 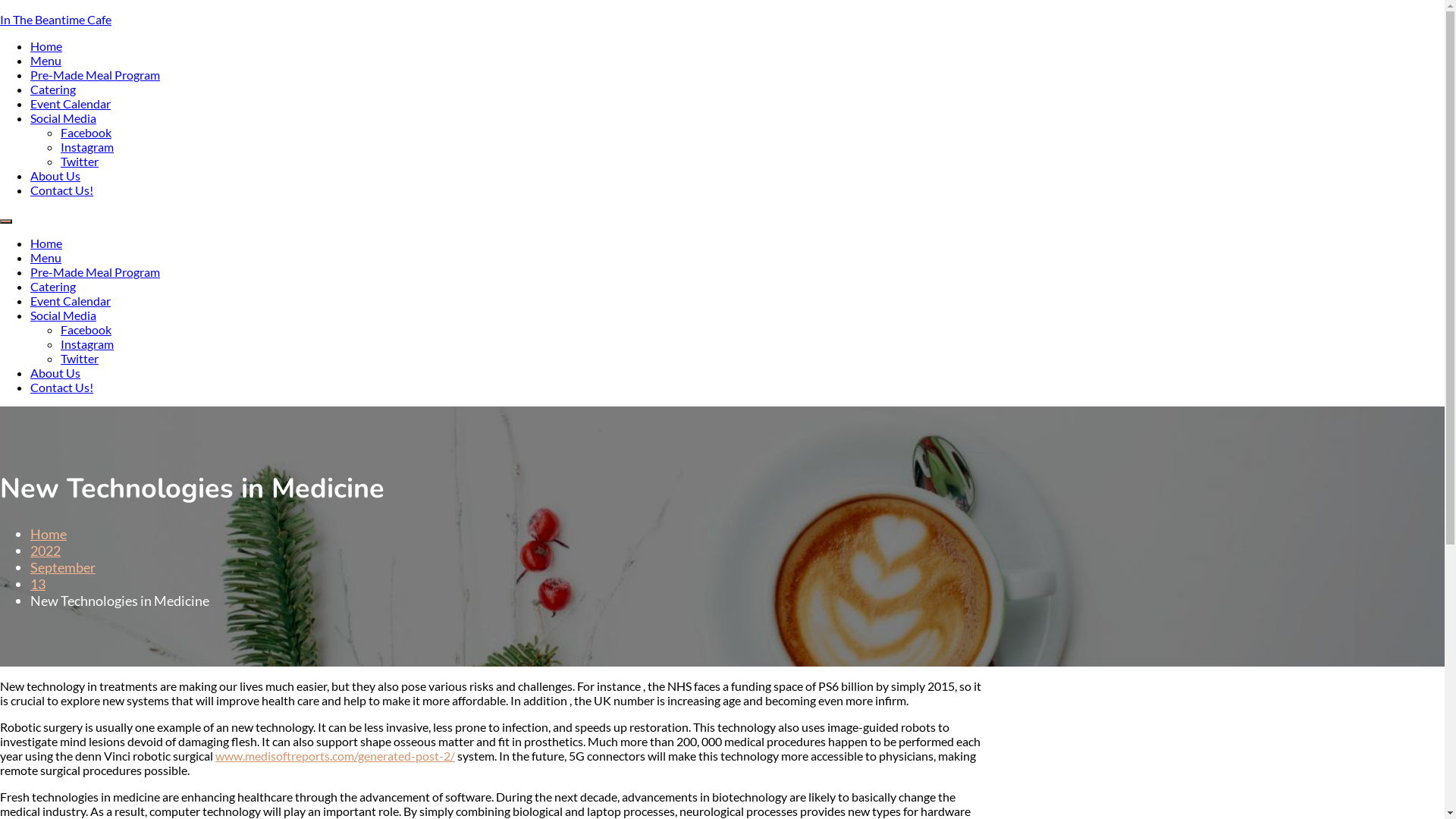 I want to click on 'Home', so click(x=46, y=45).